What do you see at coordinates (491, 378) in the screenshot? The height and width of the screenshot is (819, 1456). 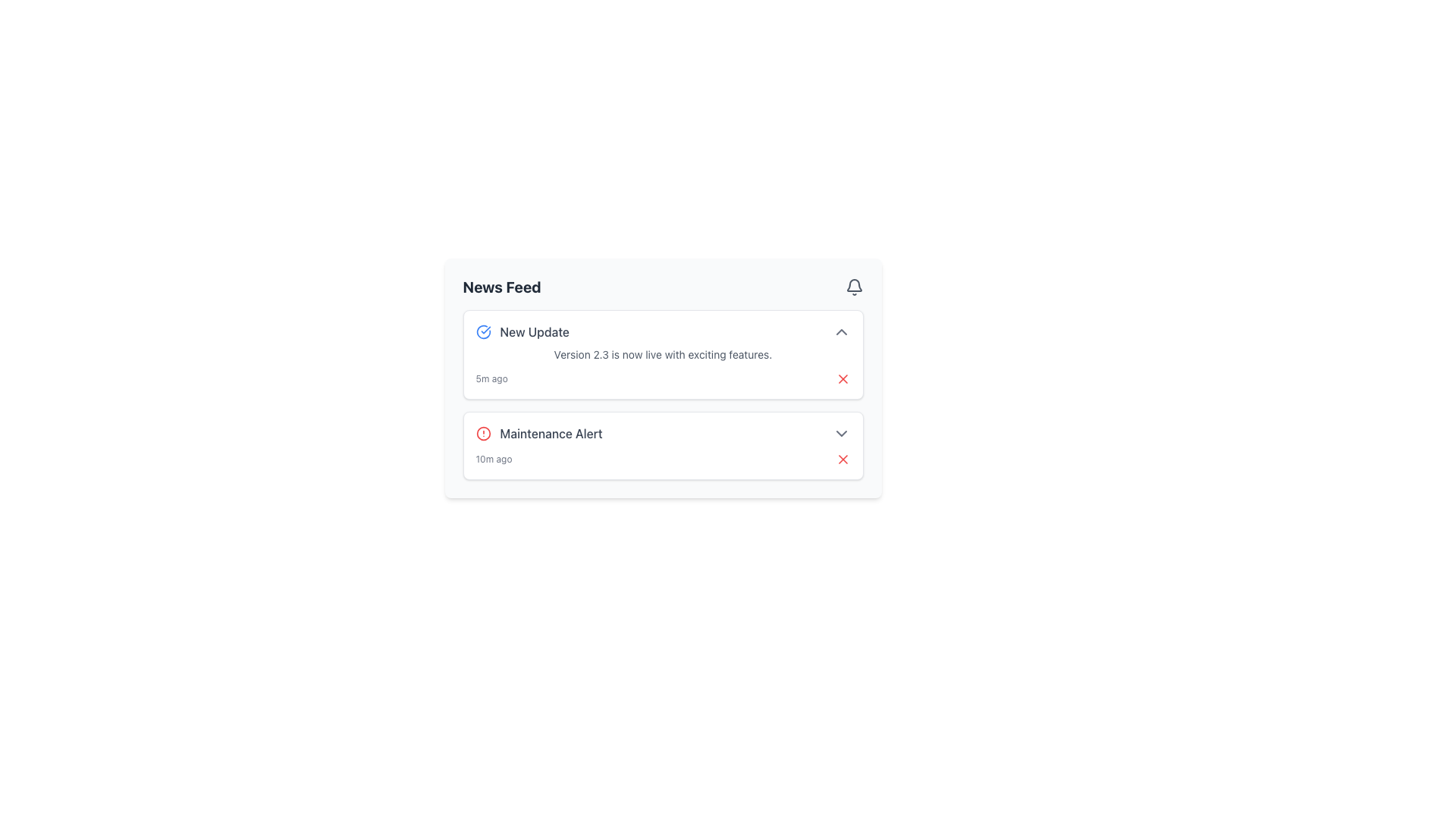 I see `the text label displaying '5m ago', which is a small, gray font located below the heading 'New Update' and above the line separating update categories` at bounding box center [491, 378].